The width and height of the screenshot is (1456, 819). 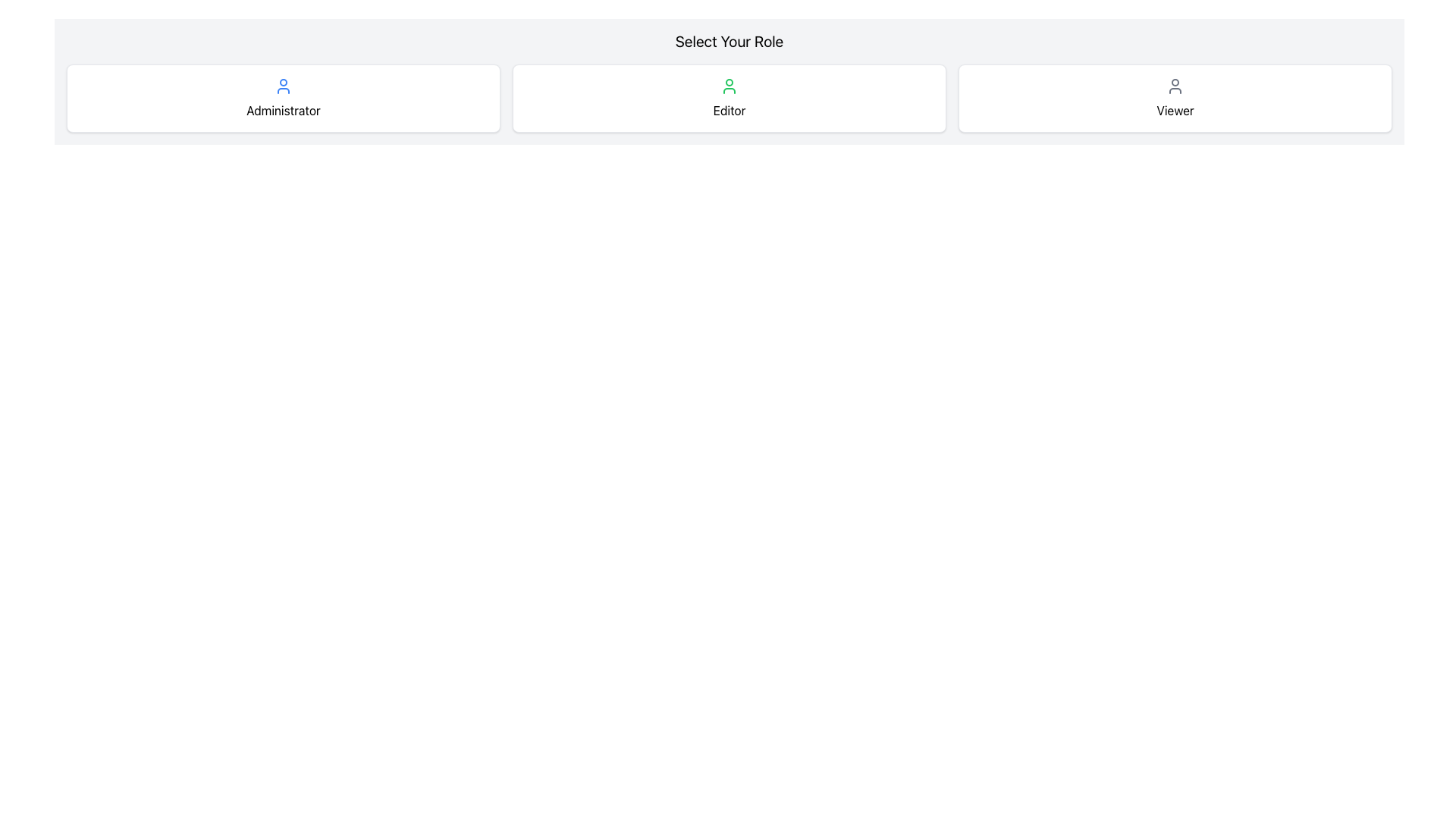 I want to click on the 'Viewer' text label by clicking on it, which is located in the bottom center of the rightmost box in a row of three boxes, so click(x=1175, y=110).